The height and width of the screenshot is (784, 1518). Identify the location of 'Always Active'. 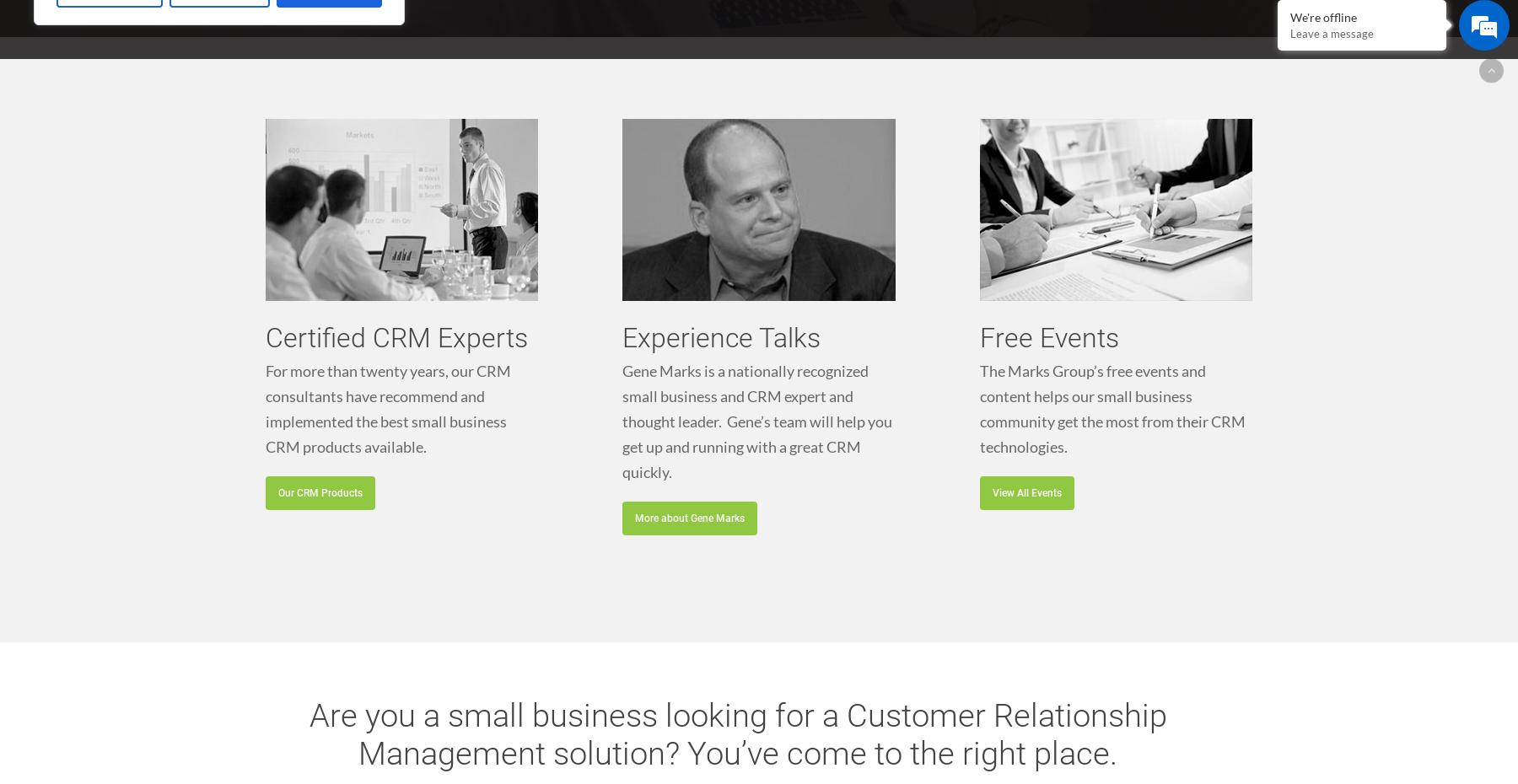
(299, 529).